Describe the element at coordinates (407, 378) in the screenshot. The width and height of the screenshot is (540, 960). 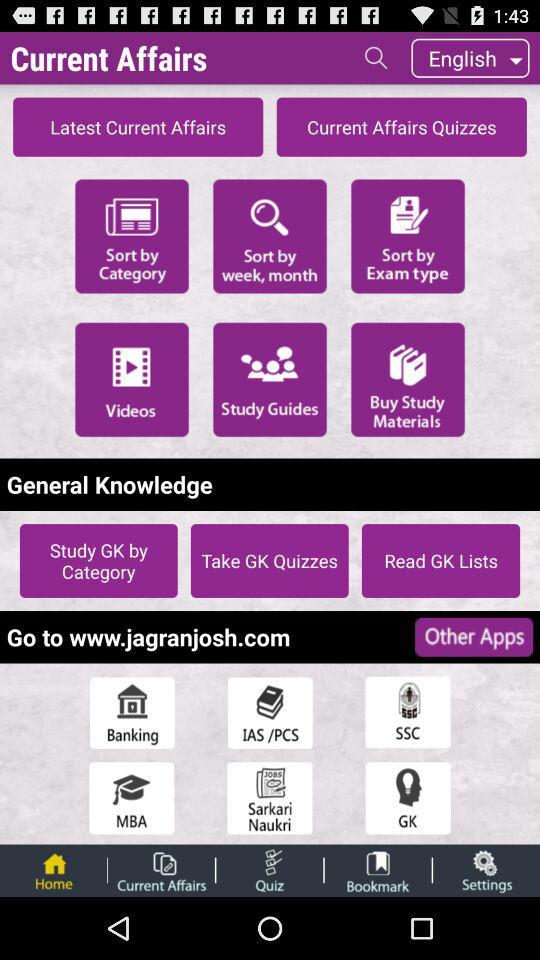
I see `buy study materials` at that location.